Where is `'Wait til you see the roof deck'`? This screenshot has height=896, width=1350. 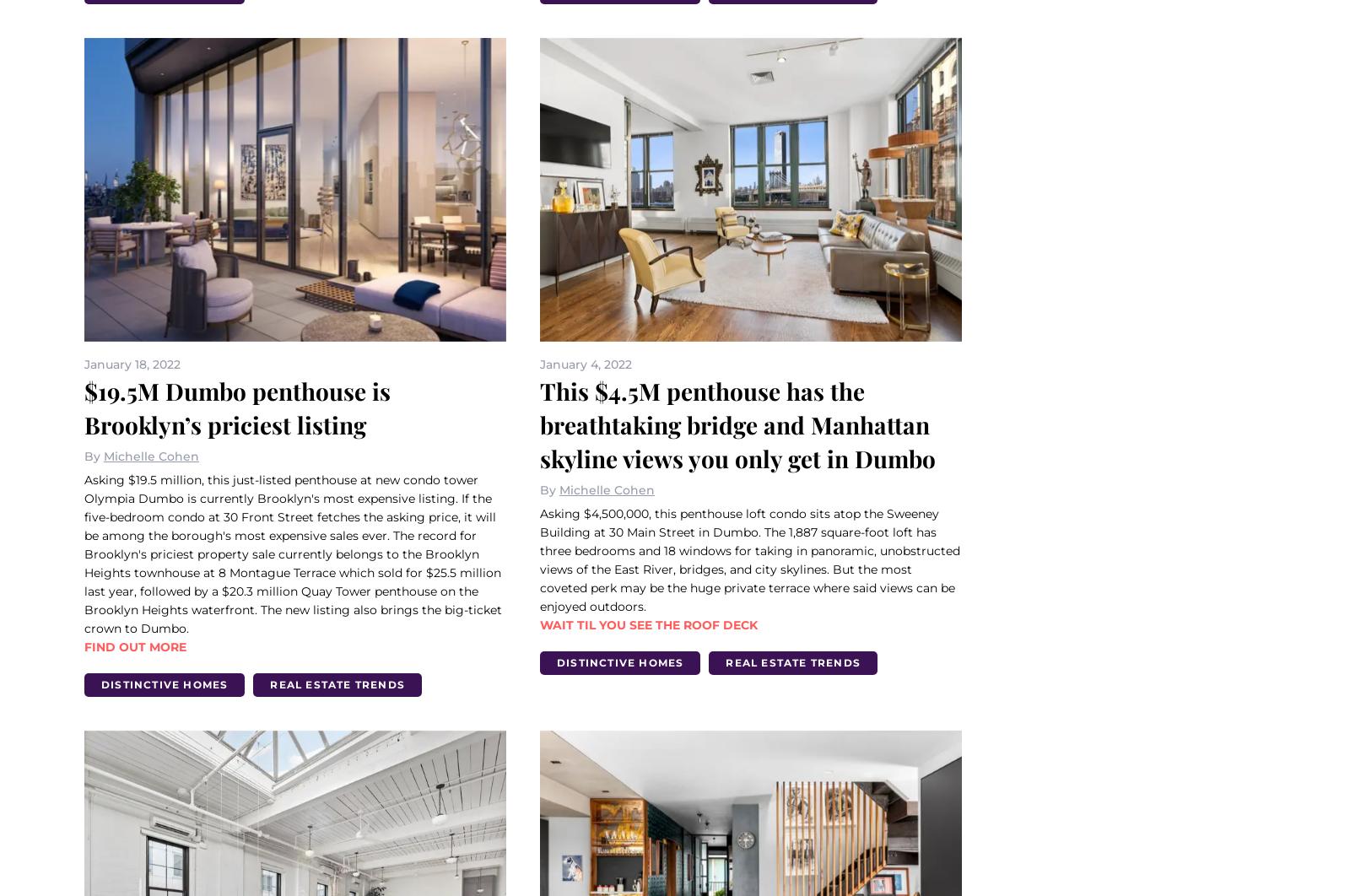
'Wait til you see the roof deck' is located at coordinates (648, 624).